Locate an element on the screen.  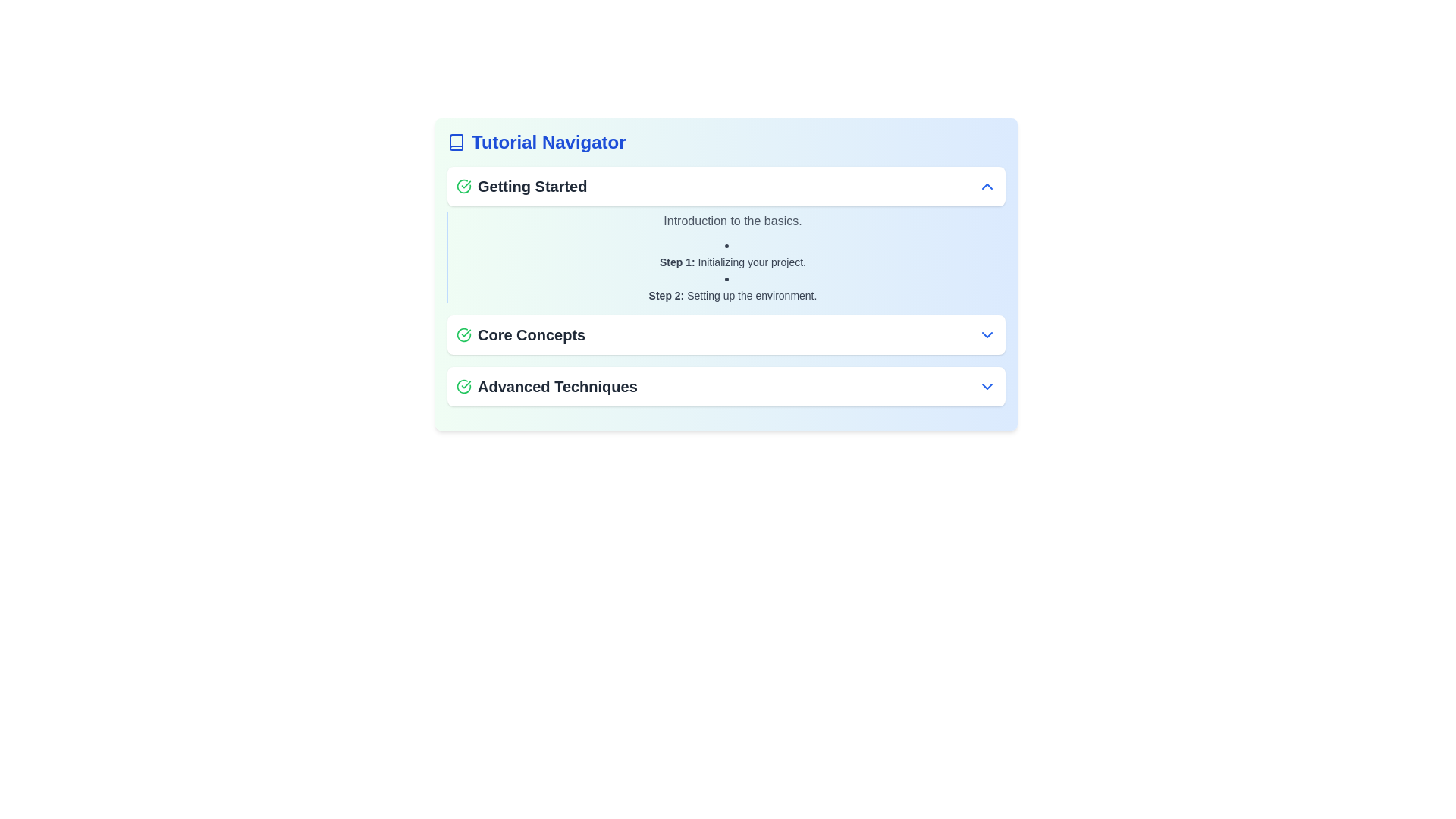
the static text that reads 'Introduction to the basics.' which is styled with a gray, medium-sized font and located under the heading 'Getting Started' in a tutorial step navigator is located at coordinates (733, 221).